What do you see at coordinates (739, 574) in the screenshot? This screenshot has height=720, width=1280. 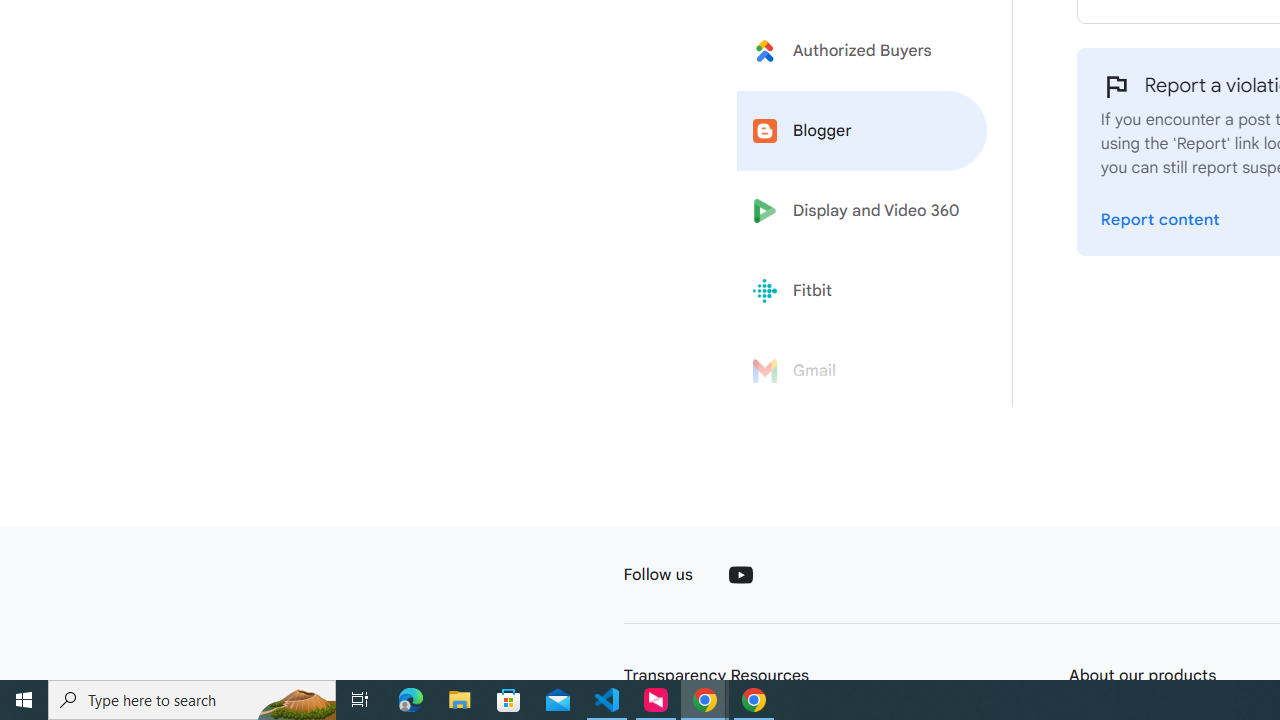 I see `'YouTube'` at bounding box center [739, 574].